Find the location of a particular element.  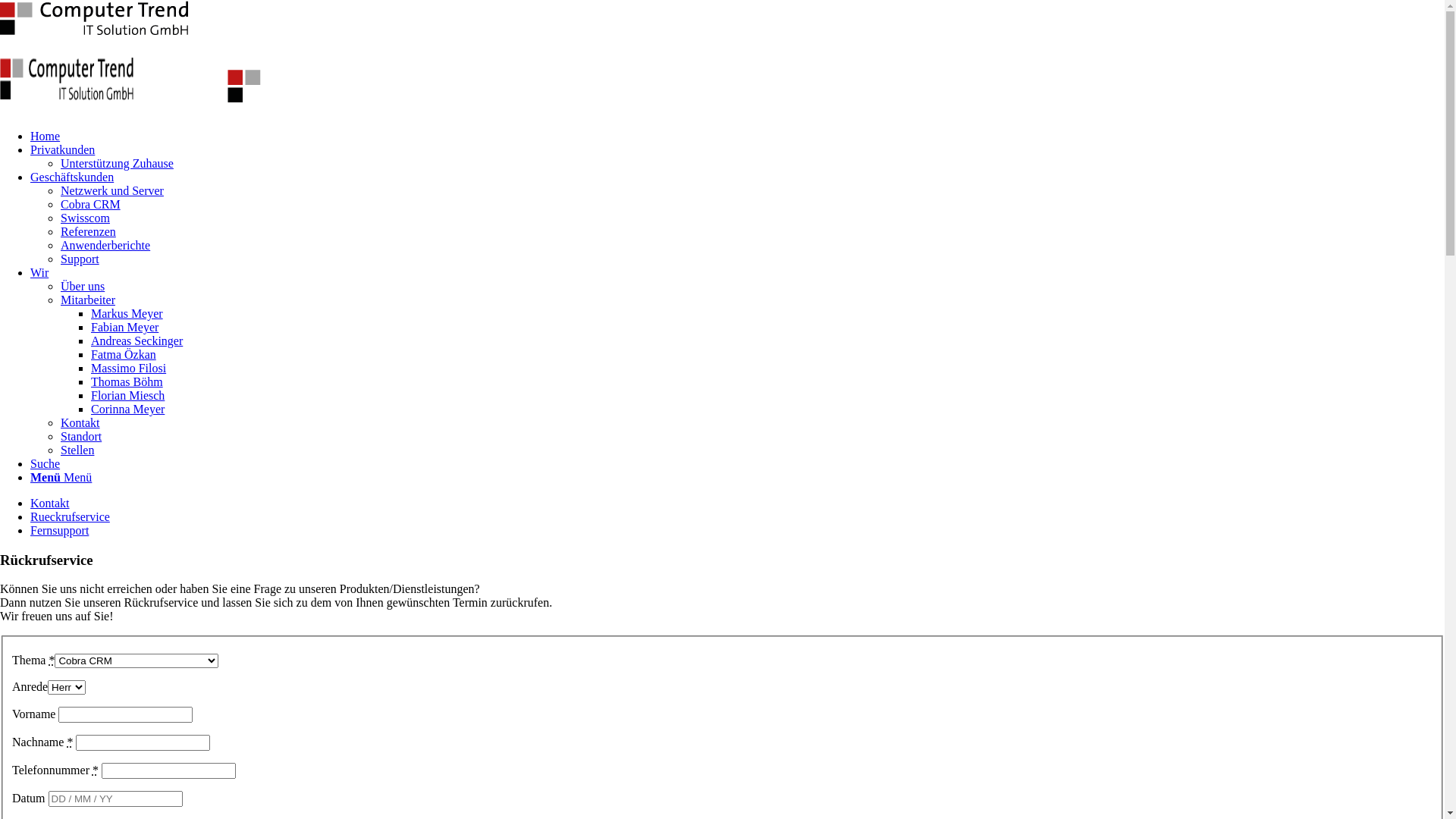

'Wir' is located at coordinates (39, 271).